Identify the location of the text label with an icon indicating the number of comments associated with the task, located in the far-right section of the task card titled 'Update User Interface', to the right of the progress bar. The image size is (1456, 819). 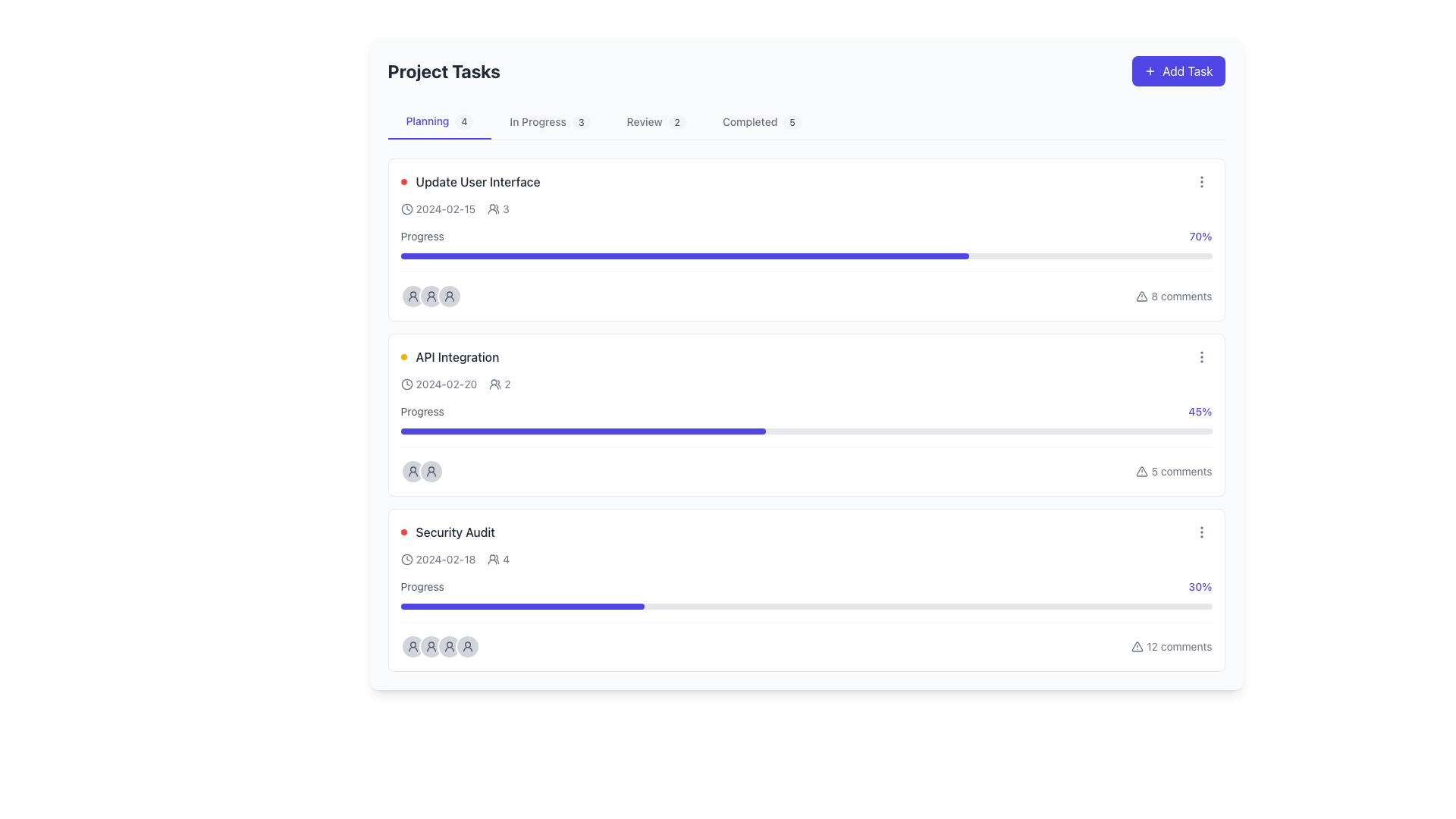
(1173, 296).